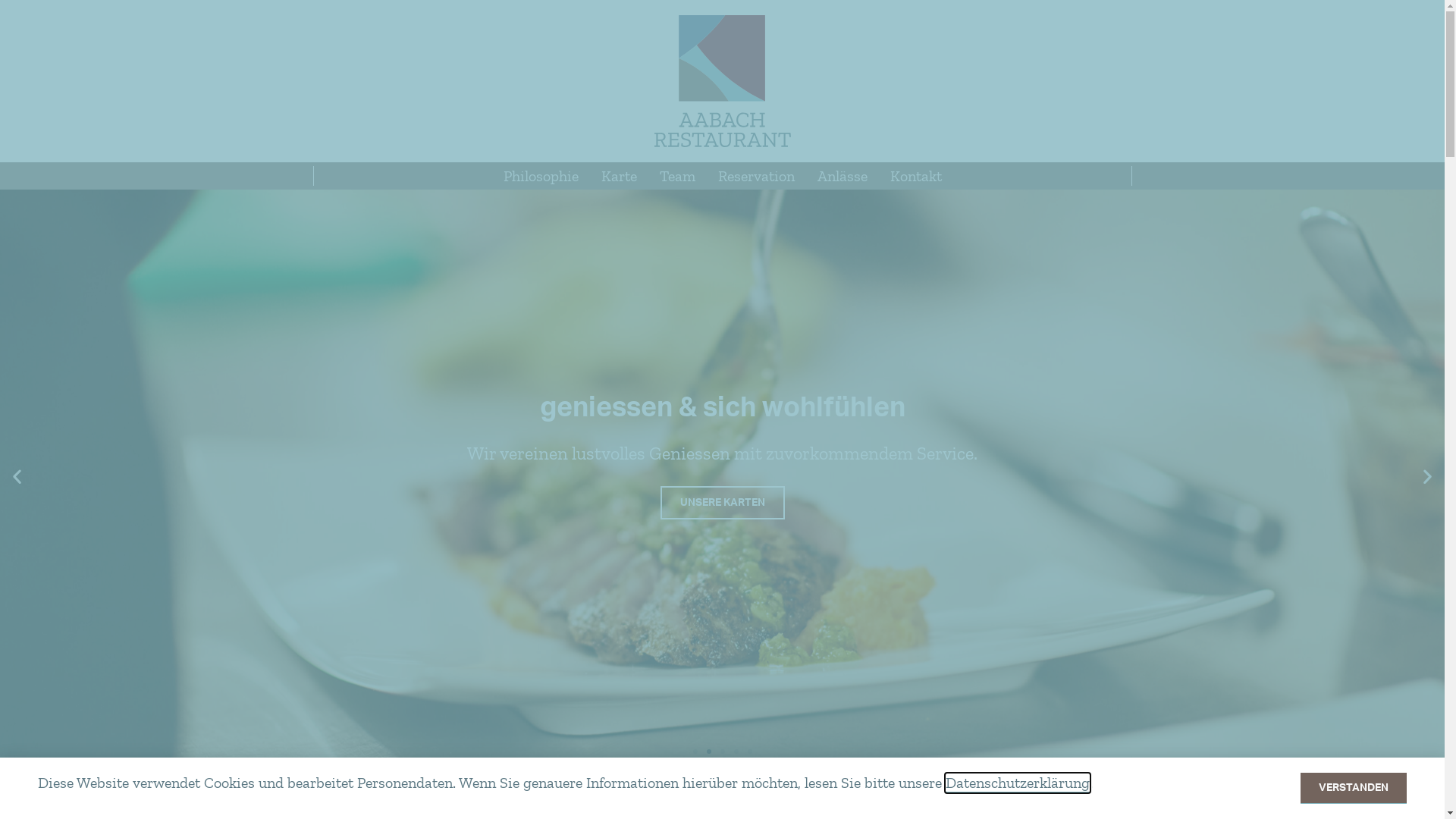  Describe the element at coordinates (540, 174) in the screenshot. I see `'Philosophie'` at that location.